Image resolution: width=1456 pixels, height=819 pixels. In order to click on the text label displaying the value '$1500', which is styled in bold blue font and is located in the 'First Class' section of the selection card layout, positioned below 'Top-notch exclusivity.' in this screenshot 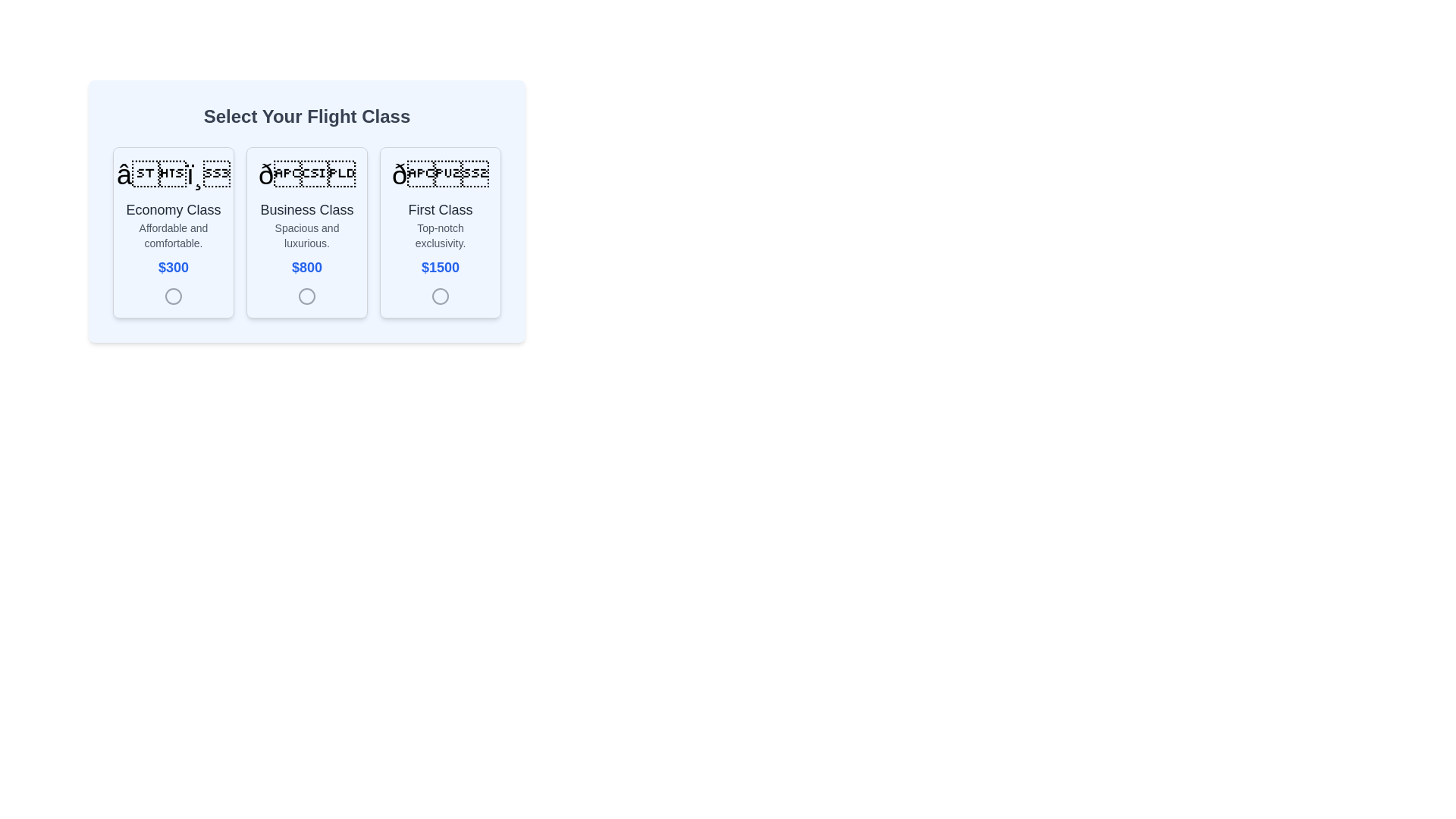, I will do `click(439, 267)`.